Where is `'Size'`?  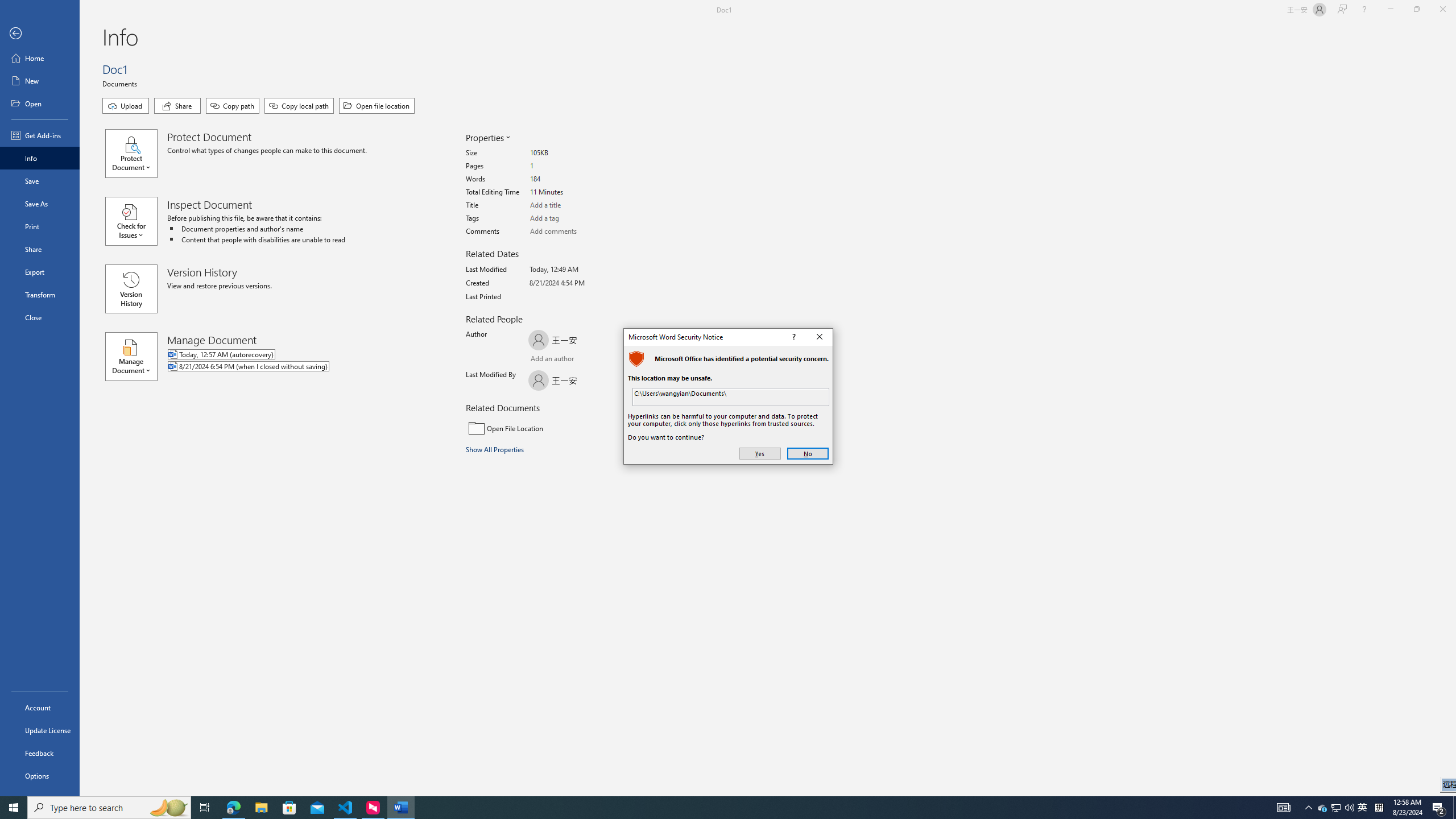 'Size' is located at coordinates (572, 153).